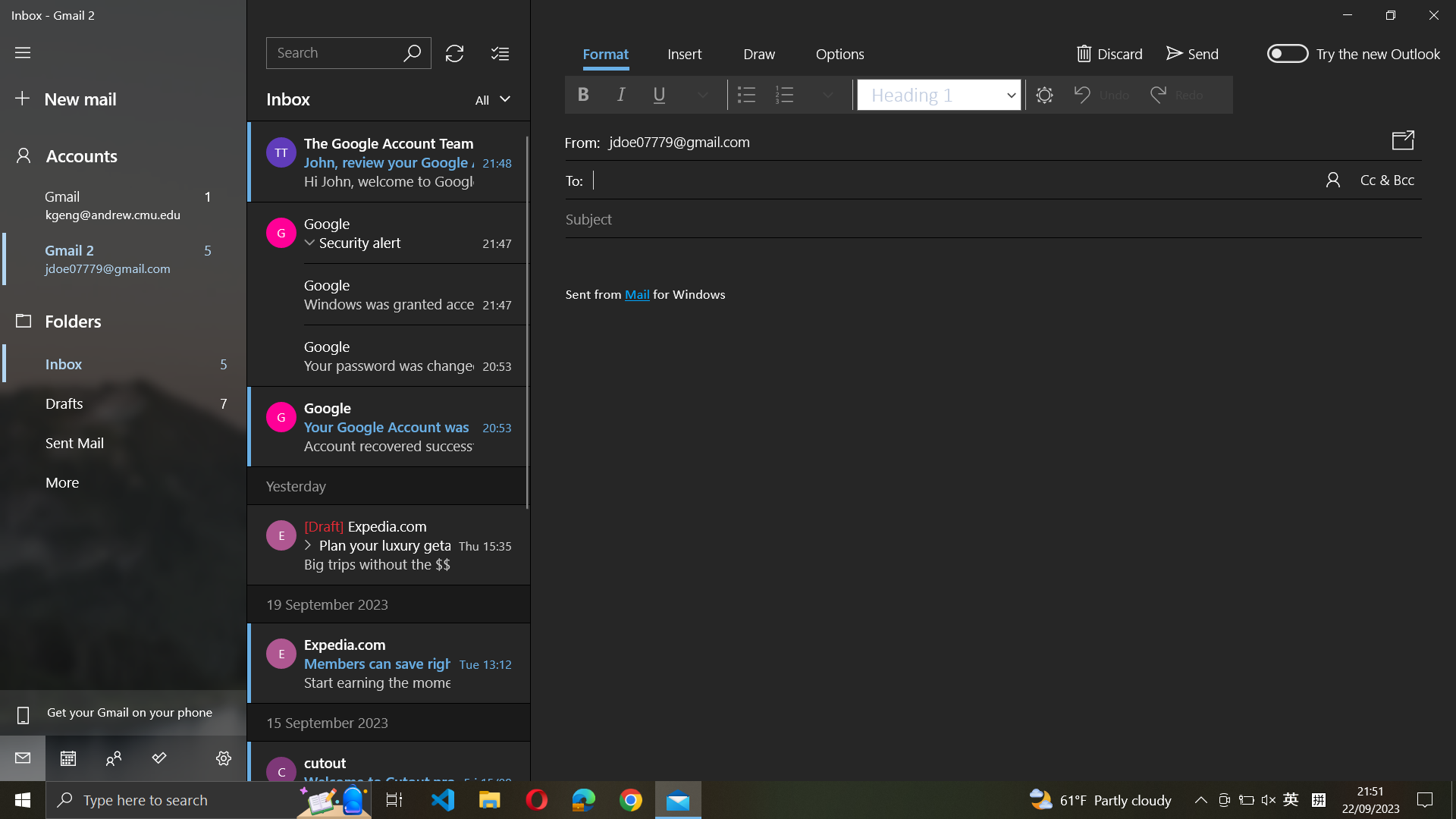  Describe the element at coordinates (683, 55) in the screenshot. I see `the "Insert" button` at that location.